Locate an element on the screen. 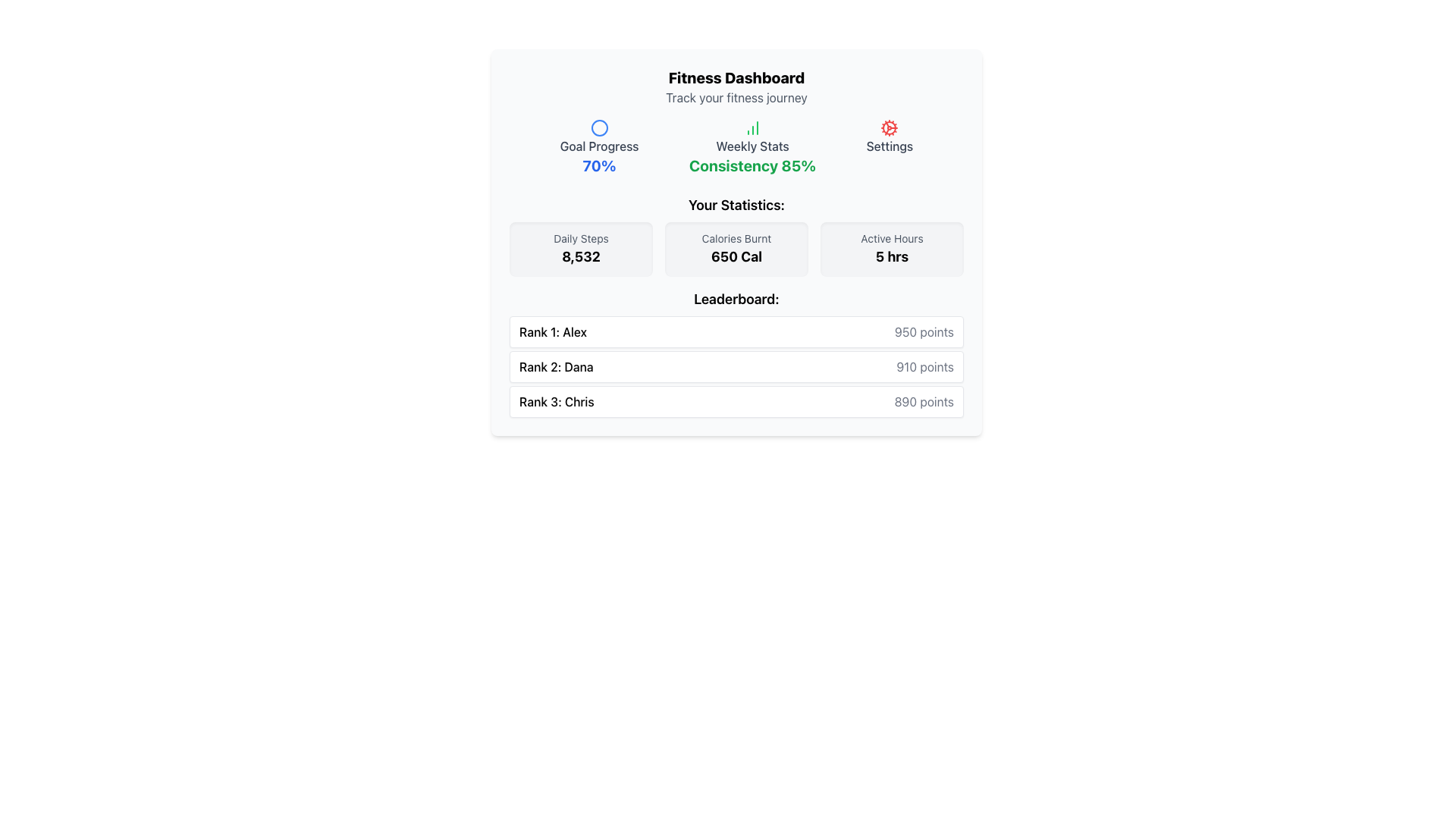  the 'Fitness Dashboard' text block, which features a bold title and a smaller subtitle is located at coordinates (736, 87).